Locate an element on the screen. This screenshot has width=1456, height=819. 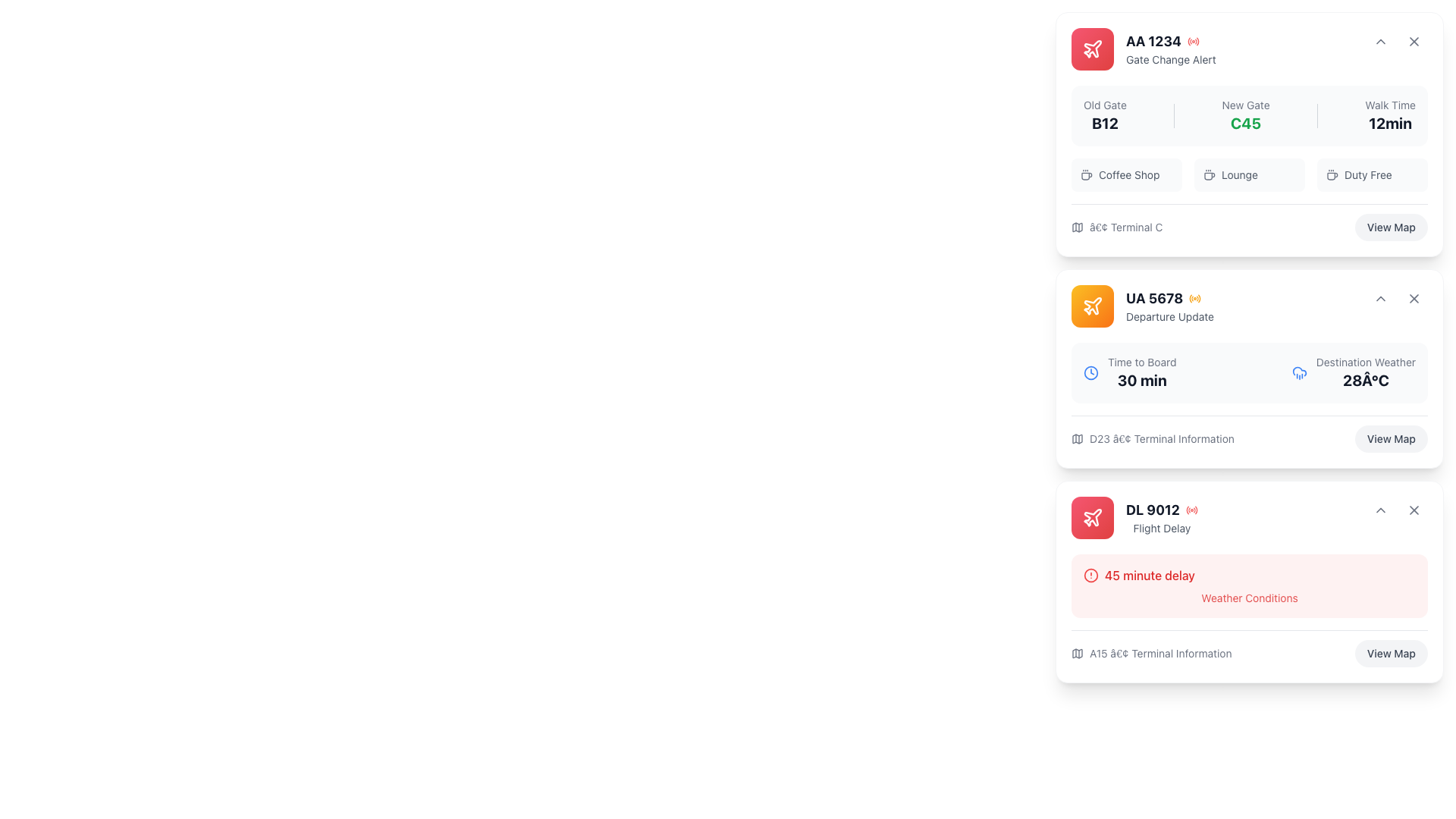
the informational panel titled 'AA 1234 Gate Change Alert' is located at coordinates (1249, 163).